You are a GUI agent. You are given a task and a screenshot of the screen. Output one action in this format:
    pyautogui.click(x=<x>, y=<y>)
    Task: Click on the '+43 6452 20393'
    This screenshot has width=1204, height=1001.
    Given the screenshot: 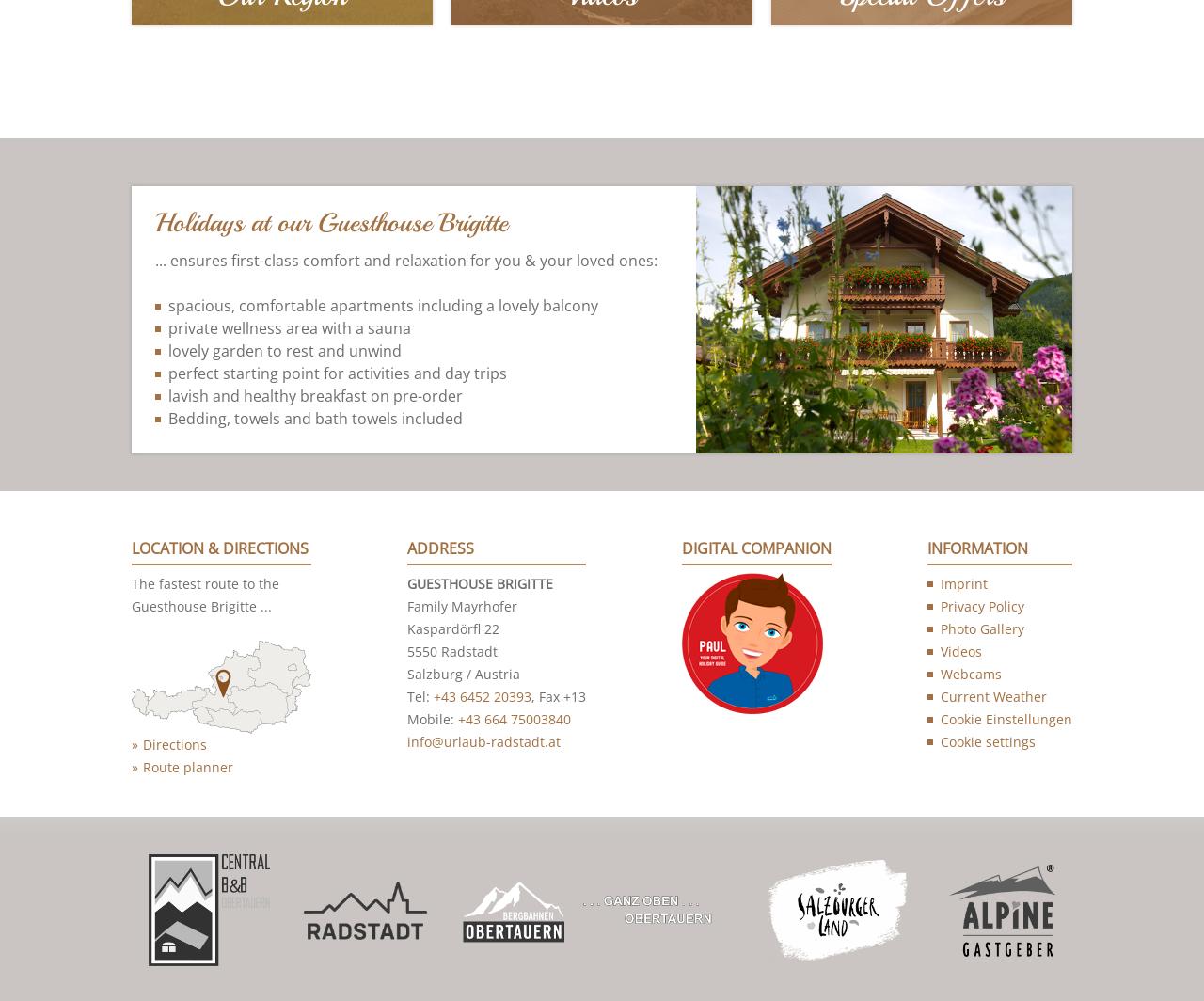 What is the action you would take?
    pyautogui.click(x=483, y=698)
    